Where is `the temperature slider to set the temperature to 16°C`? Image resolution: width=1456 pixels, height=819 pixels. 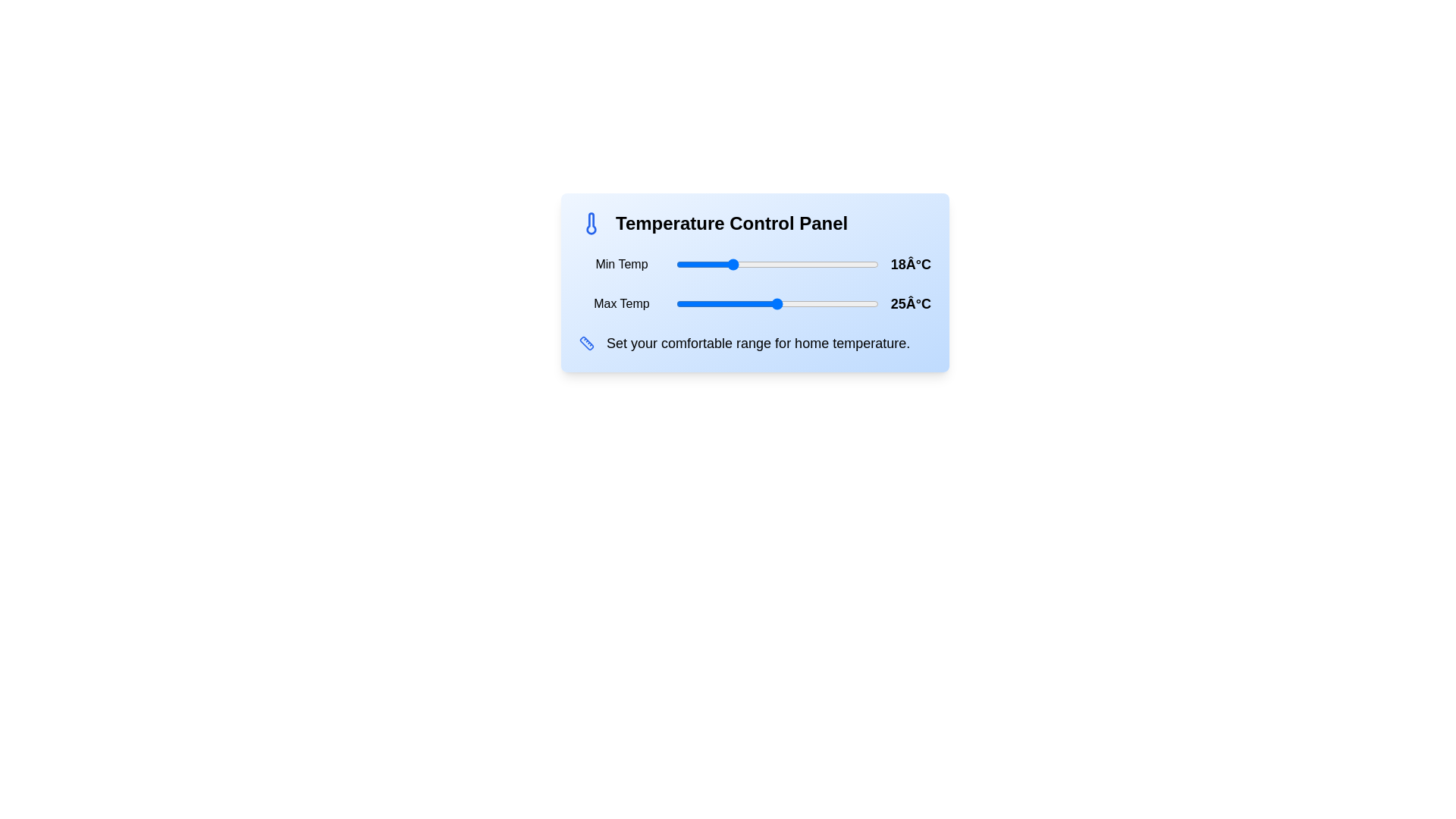
the temperature slider to set the temperature to 16°C is located at coordinates (716, 263).